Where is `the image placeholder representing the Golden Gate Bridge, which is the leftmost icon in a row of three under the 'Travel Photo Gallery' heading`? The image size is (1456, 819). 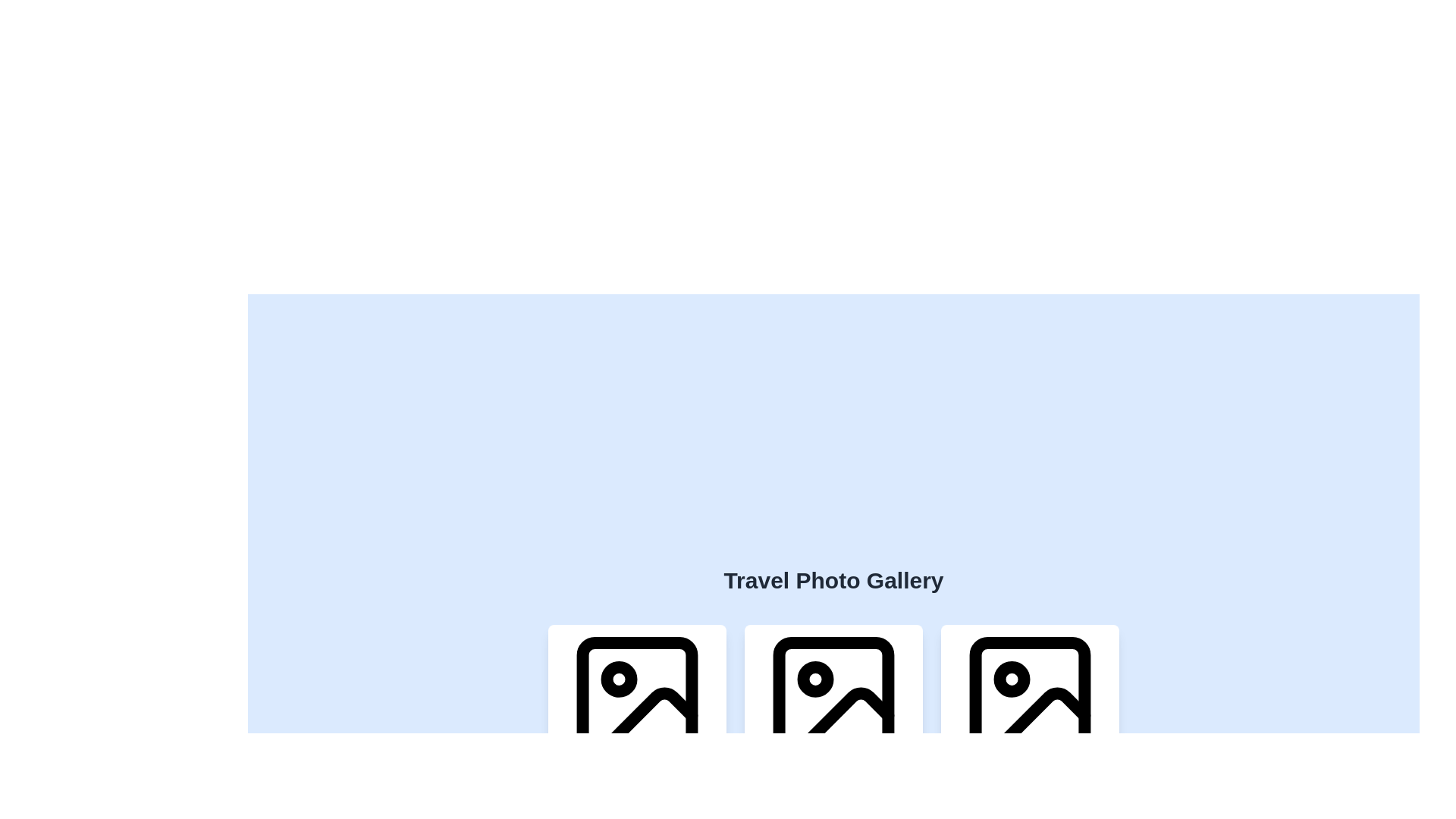 the image placeholder representing the Golden Gate Bridge, which is the leftmost icon in a row of three under the 'Travel Photo Gallery' heading is located at coordinates (637, 698).